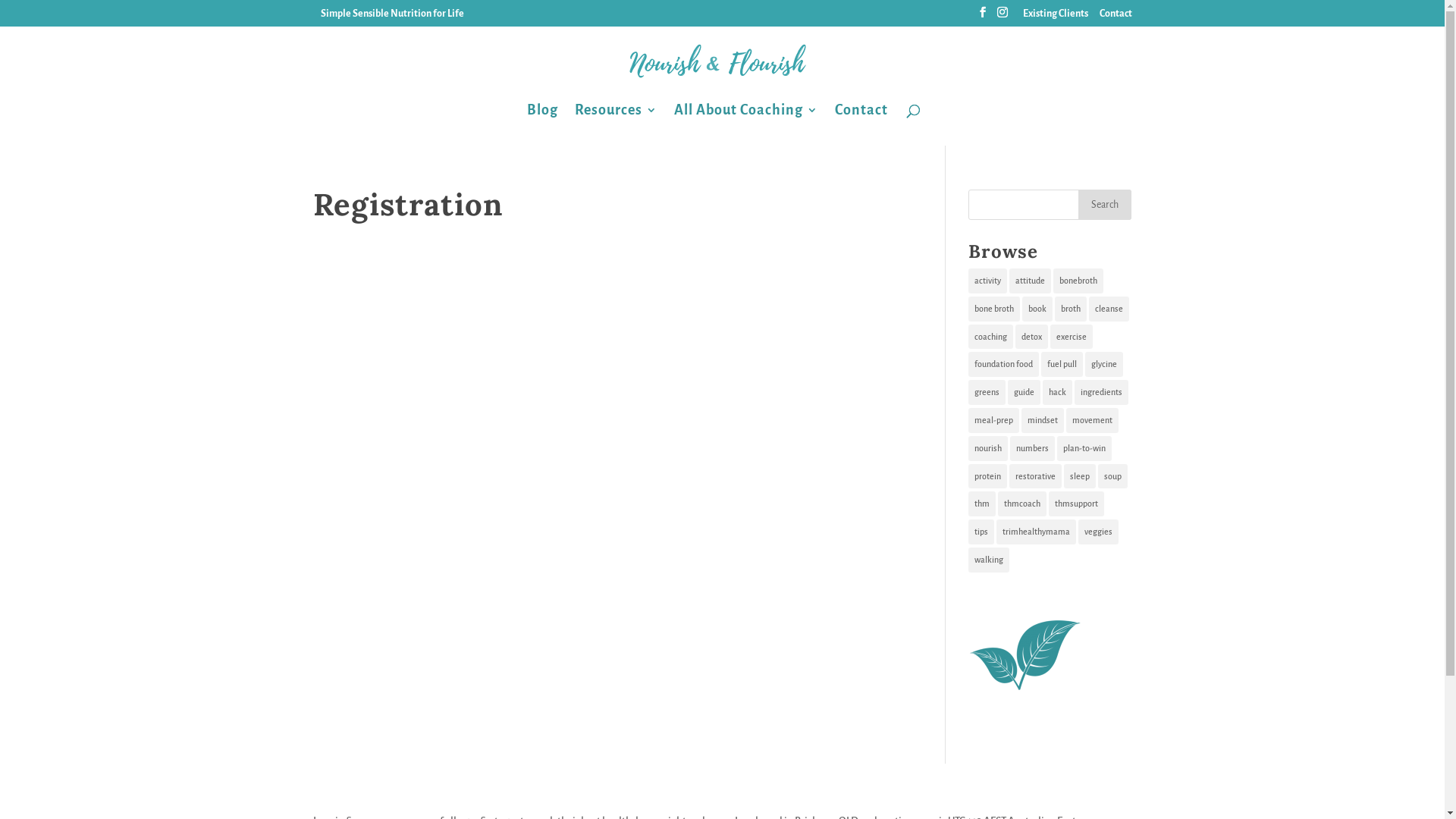 This screenshot has height=819, width=1456. Describe the element at coordinates (1077, 281) in the screenshot. I see `'bonebroth'` at that location.